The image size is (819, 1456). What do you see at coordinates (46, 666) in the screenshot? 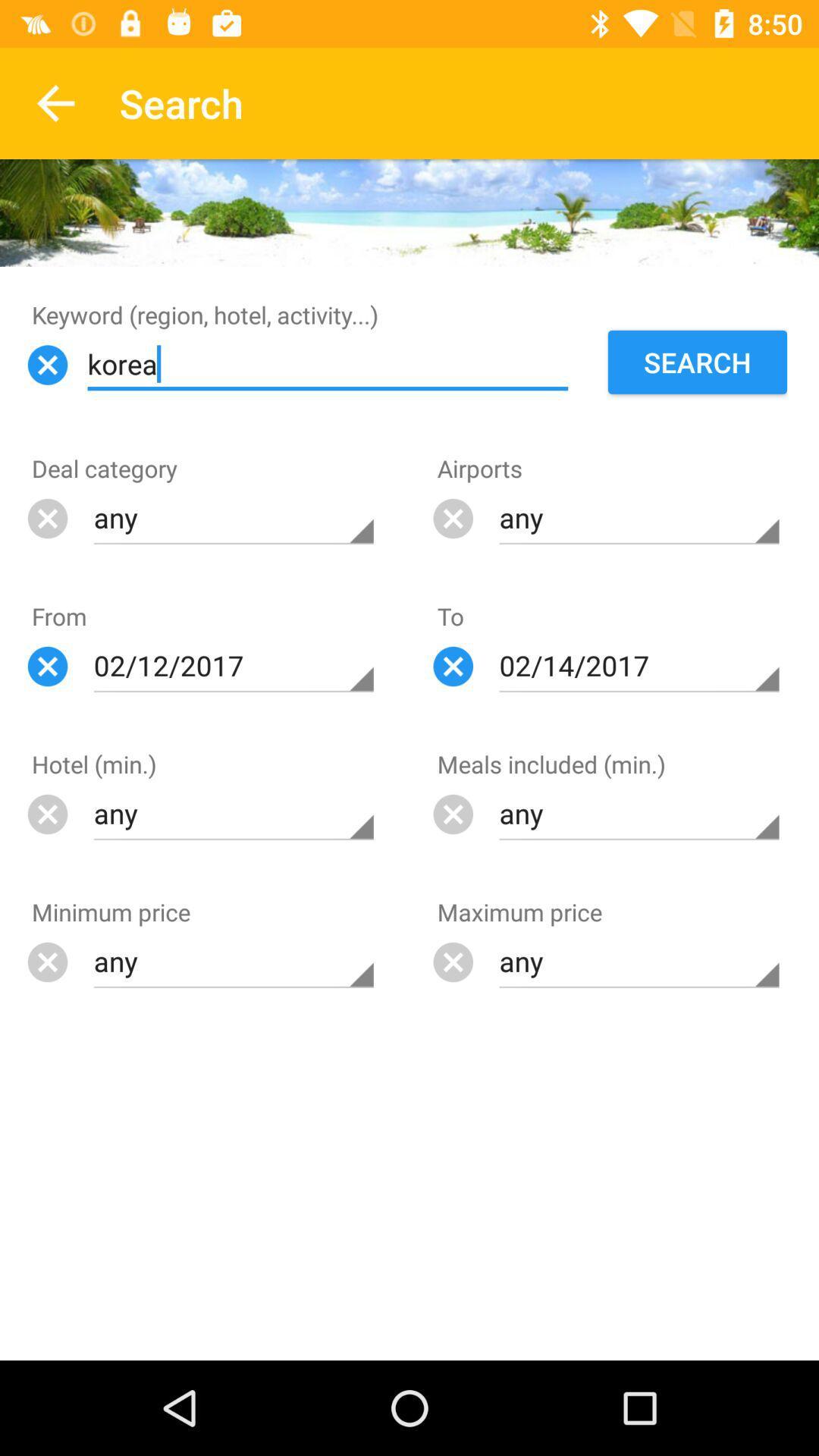
I see `the close icon` at bounding box center [46, 666].